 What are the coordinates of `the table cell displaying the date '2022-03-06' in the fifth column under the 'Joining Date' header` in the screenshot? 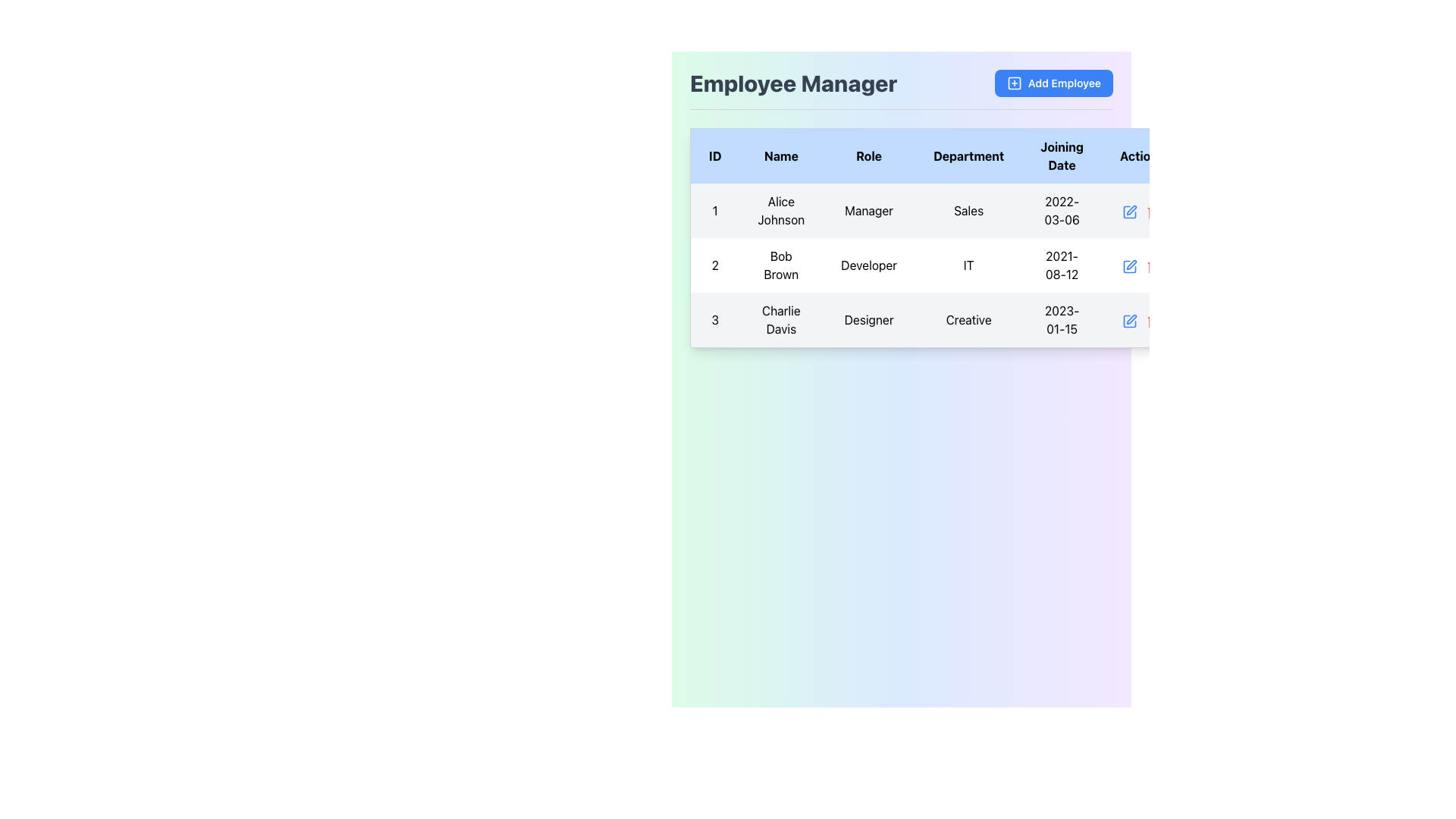 It's located at (1061, 210).